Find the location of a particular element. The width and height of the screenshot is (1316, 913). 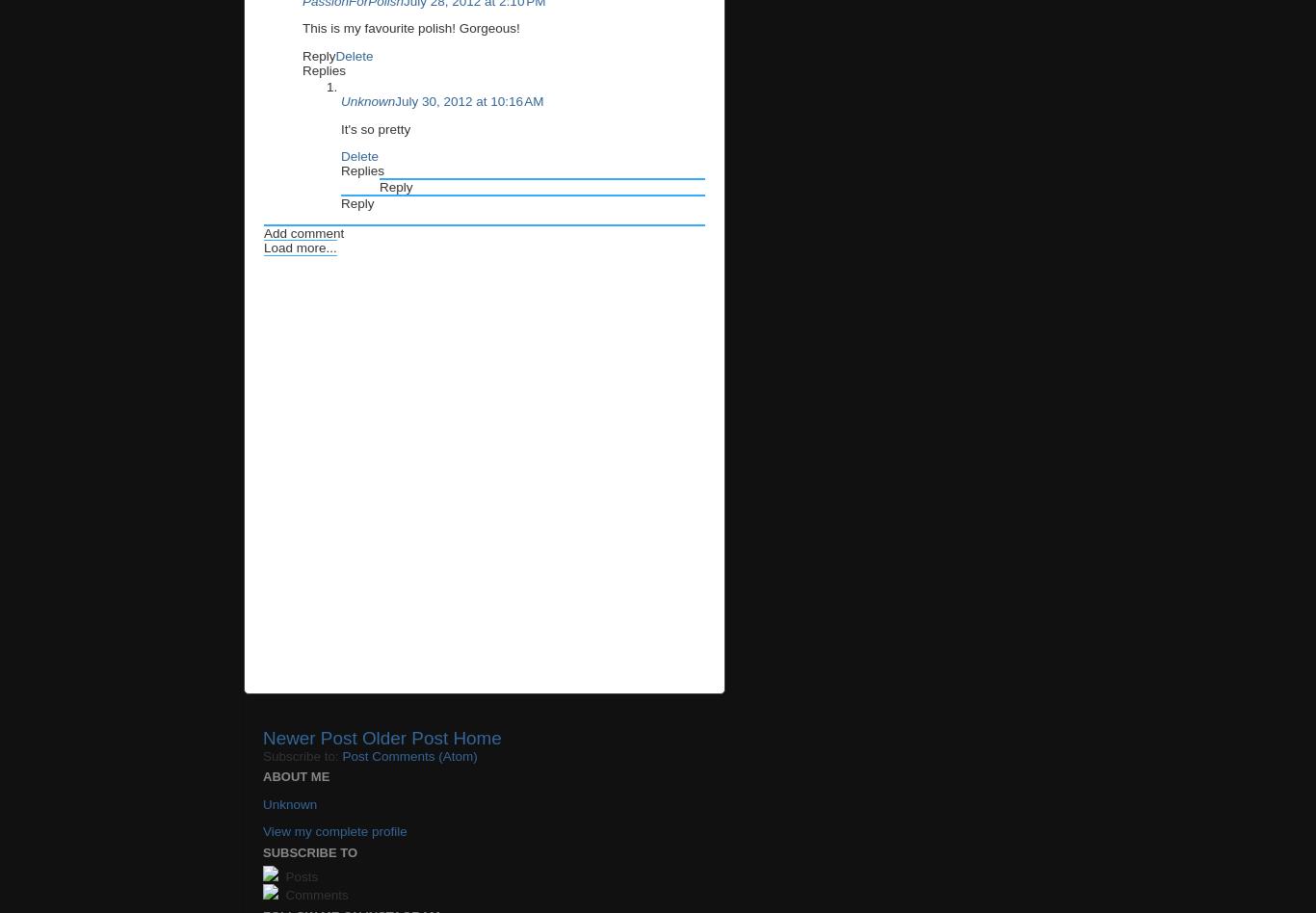

'This is my favourite polish! Gorgeous!' is located at coordinates (409, 28).